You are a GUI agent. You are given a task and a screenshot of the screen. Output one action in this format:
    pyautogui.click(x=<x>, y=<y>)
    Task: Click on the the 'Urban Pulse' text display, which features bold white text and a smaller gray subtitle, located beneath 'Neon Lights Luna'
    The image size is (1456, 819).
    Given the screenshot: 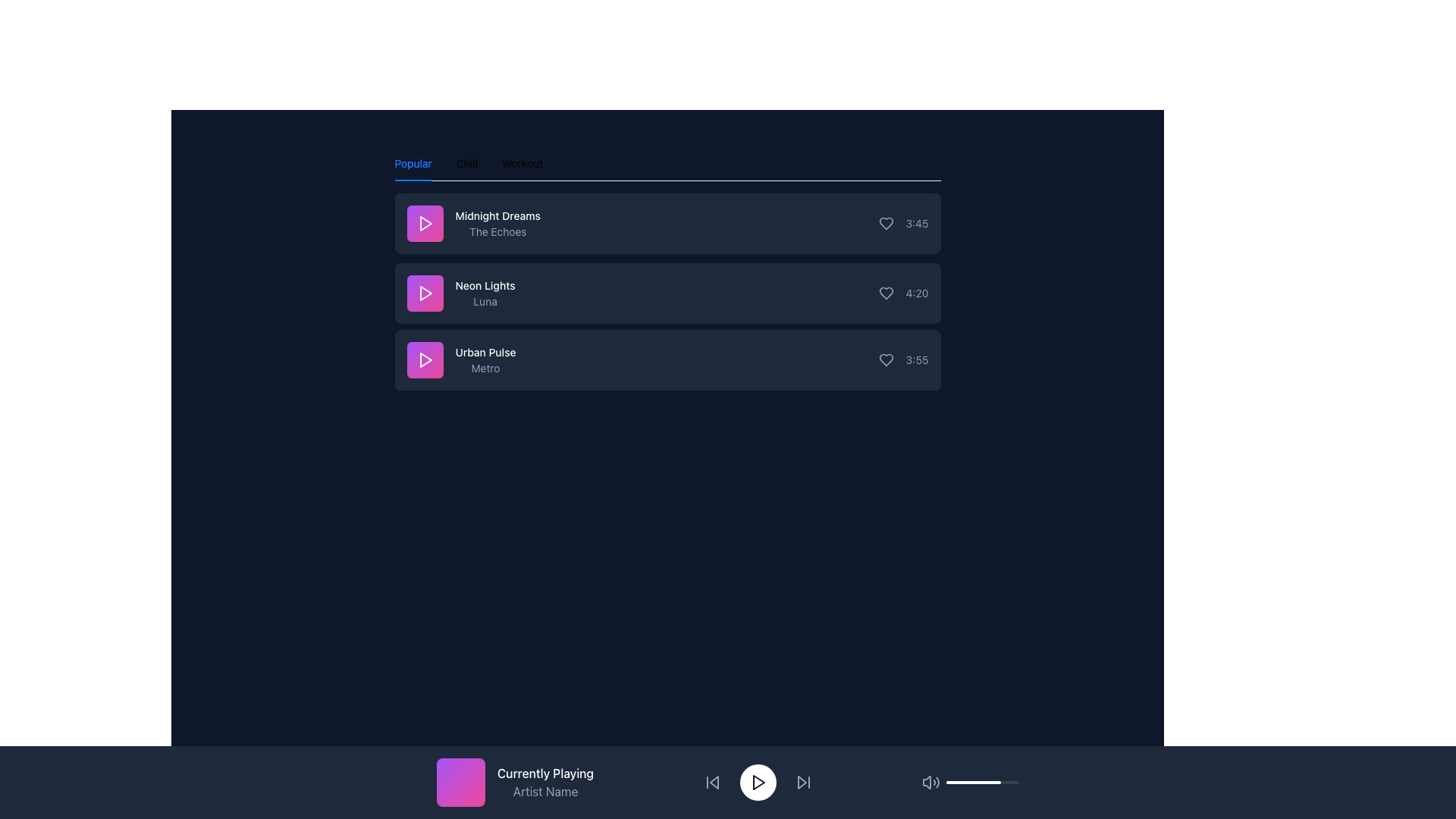 What is the action you would take?
    pyautogui.click(x=485, y=359)
    